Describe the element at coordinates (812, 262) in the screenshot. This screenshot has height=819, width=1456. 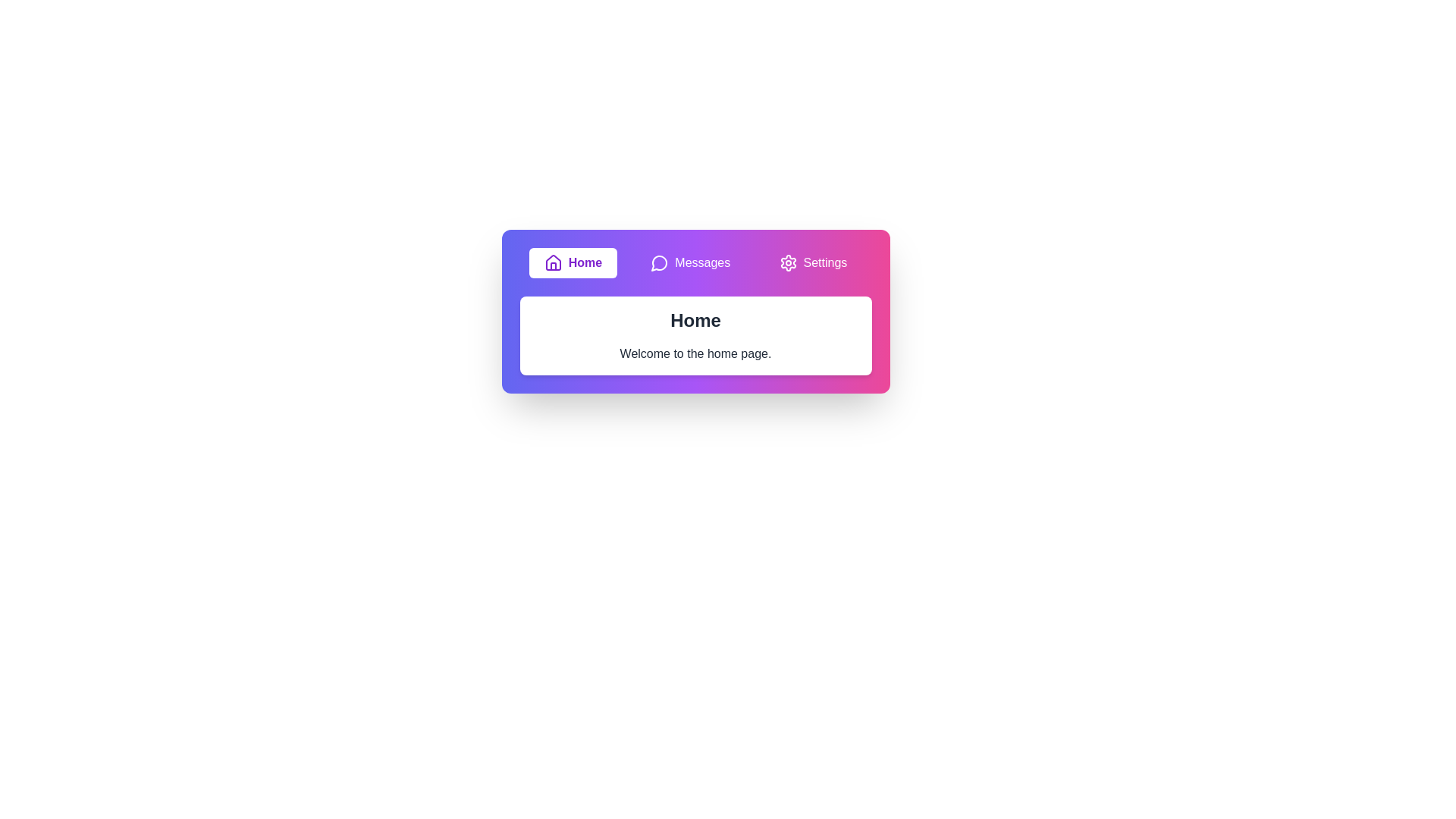
I see `the clickable label with icon located in the upper right of the interface, which provides navigation to settings-related functionality, positioned as the third item after 'Home' and 'Messages'` at that location.